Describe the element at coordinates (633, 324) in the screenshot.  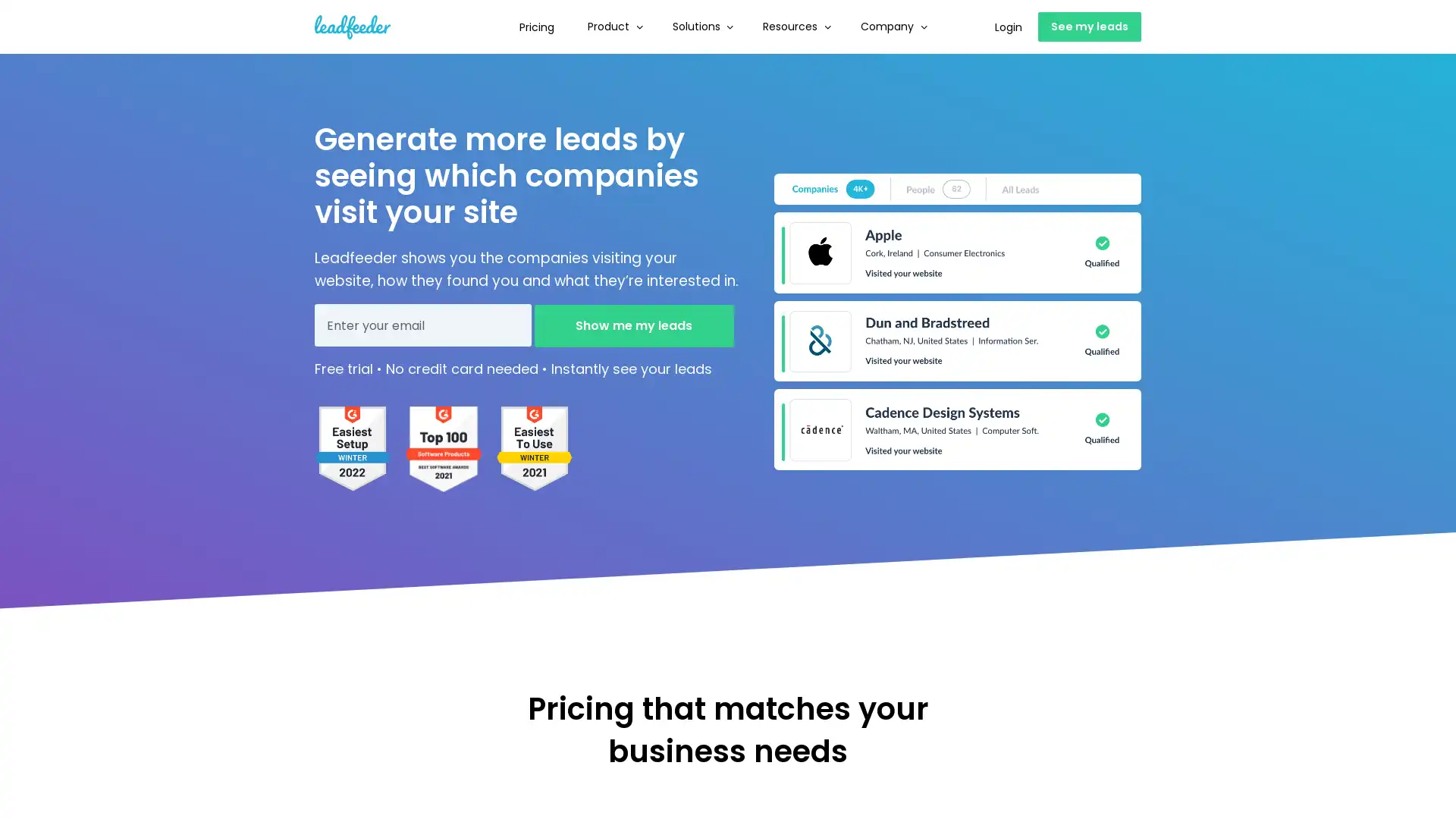
I see `Show me my leads` at that location.